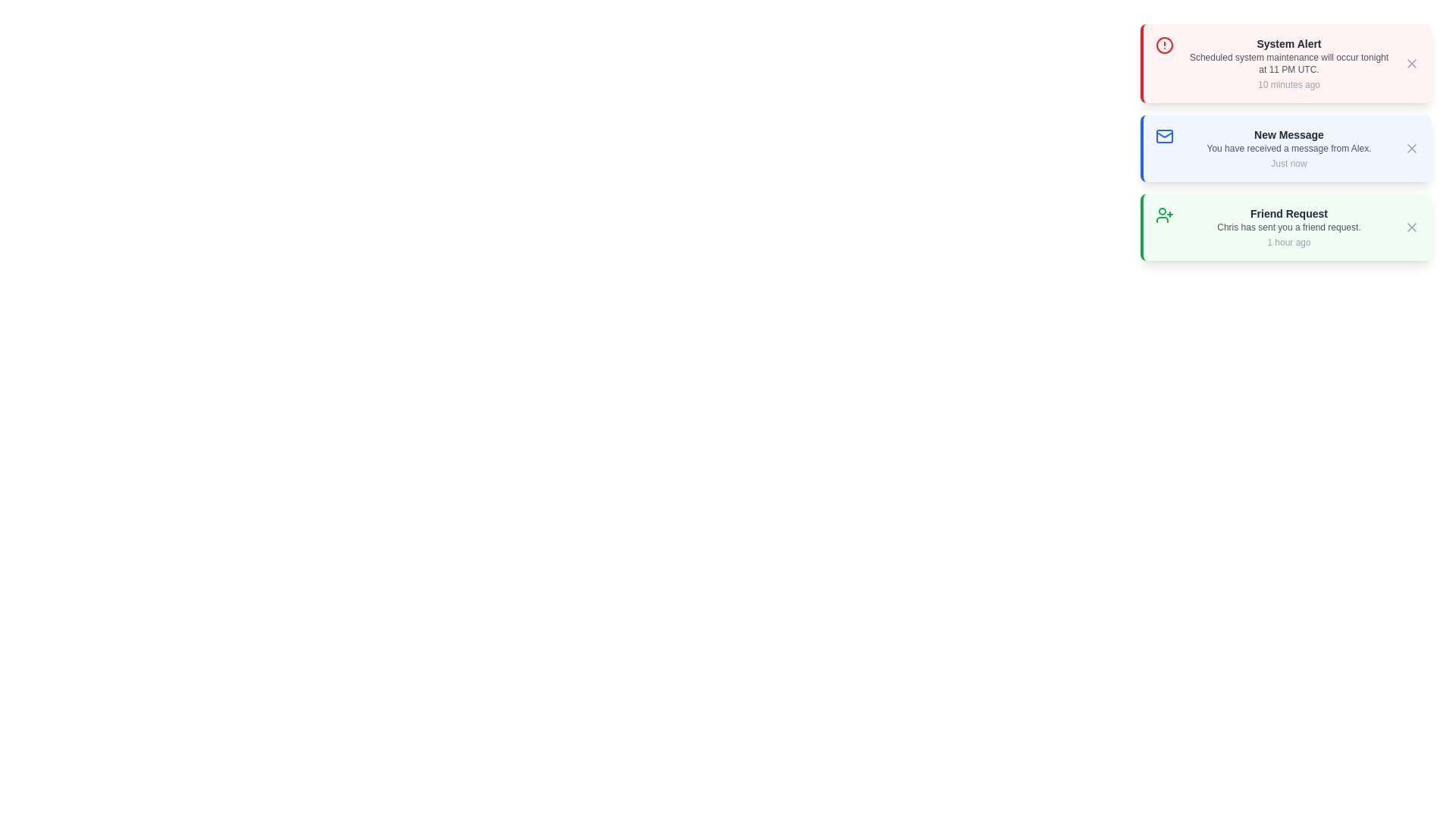 This screenshot has width=1456, height=819. I want to click on the timestamp text label located at the bottom of the blue notification card labeled 'New Message', which indicates when the associated message was received, so click(1288, 164).